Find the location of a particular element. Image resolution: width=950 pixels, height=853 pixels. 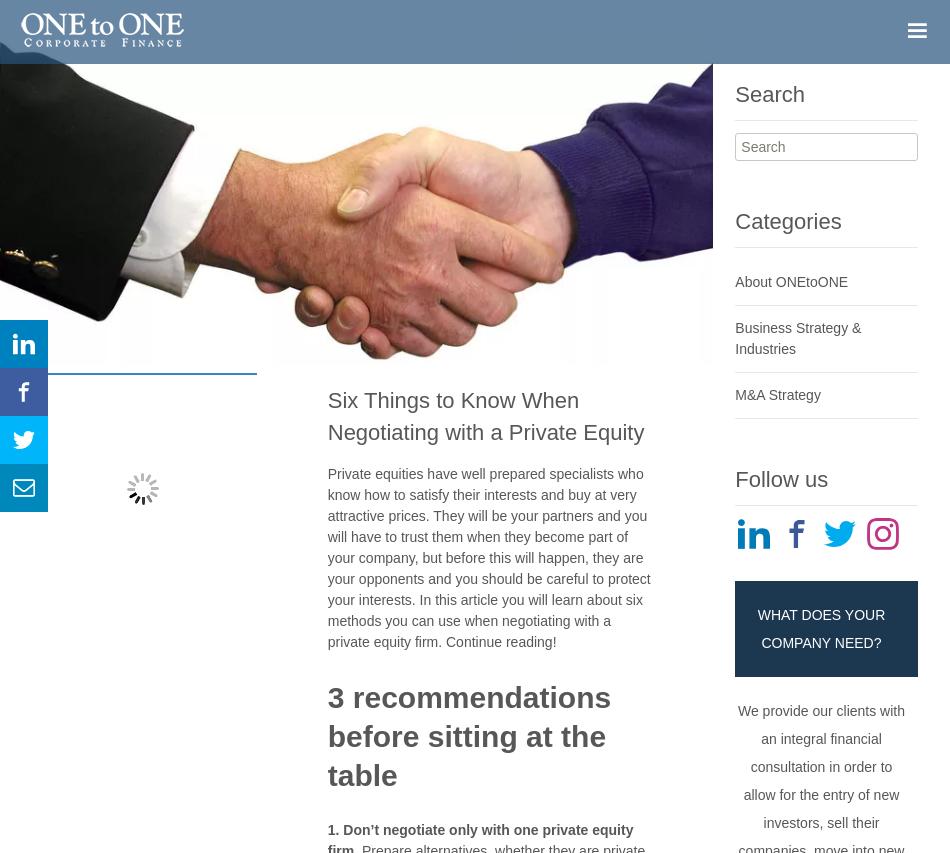

'WHAT DOES YOUR COMPANY NEED?' is located at coordinates (819, 629).